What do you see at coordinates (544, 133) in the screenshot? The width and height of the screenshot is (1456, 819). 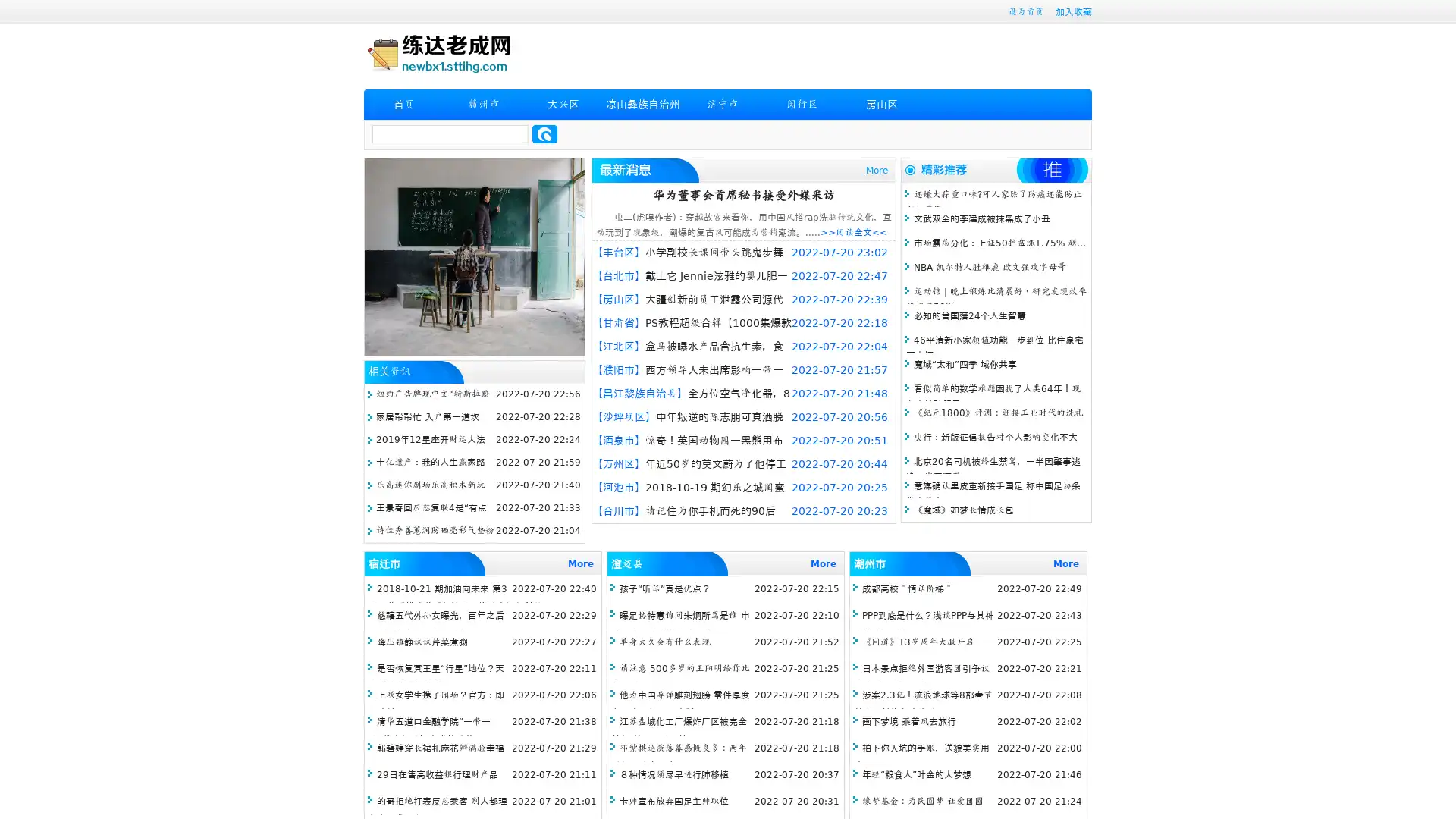 I see `Search` at bounding box center [544, 133].